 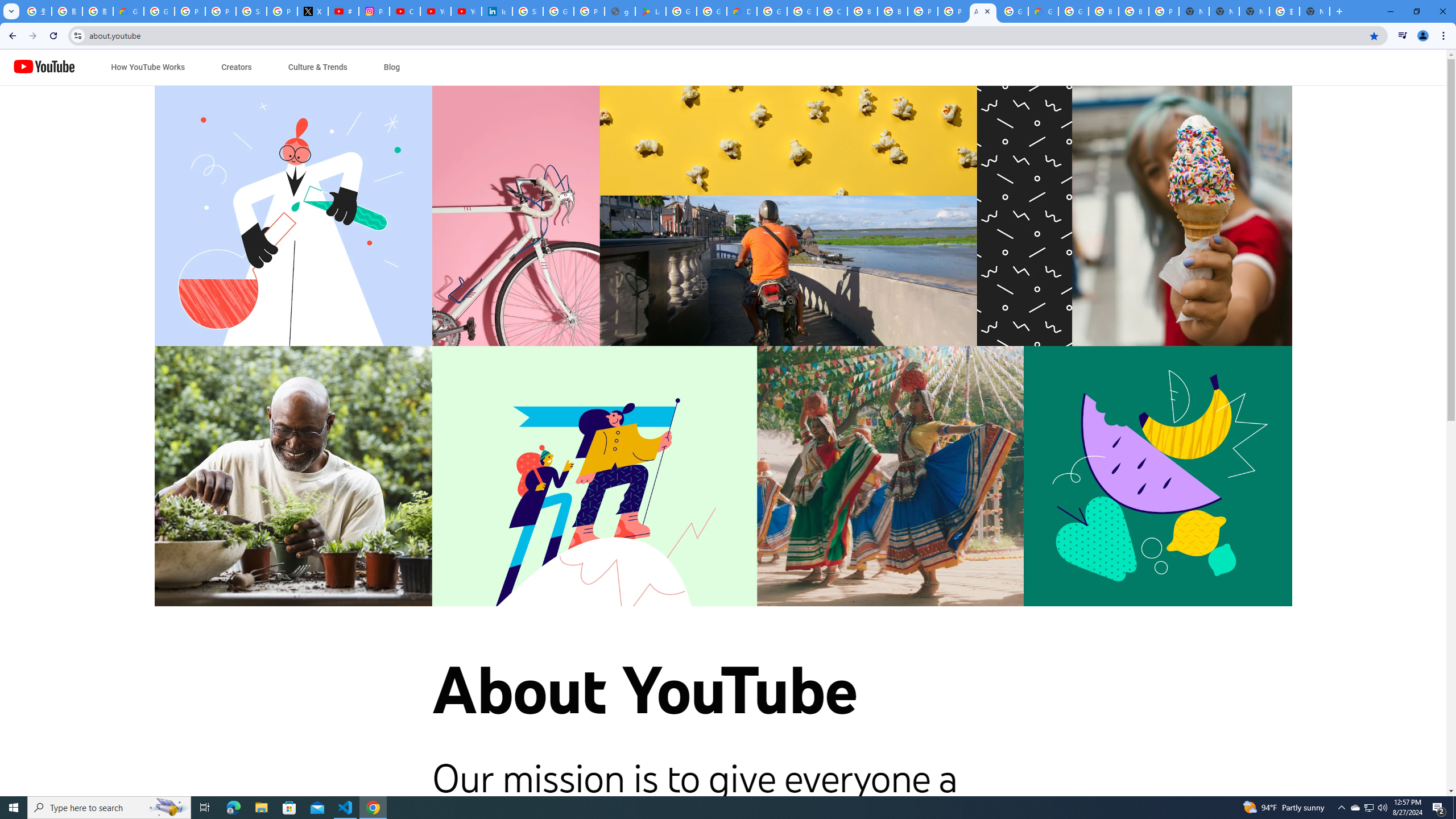 I want to click on 'Google Workspace - Specific Terms', so click(x=712, y=11).